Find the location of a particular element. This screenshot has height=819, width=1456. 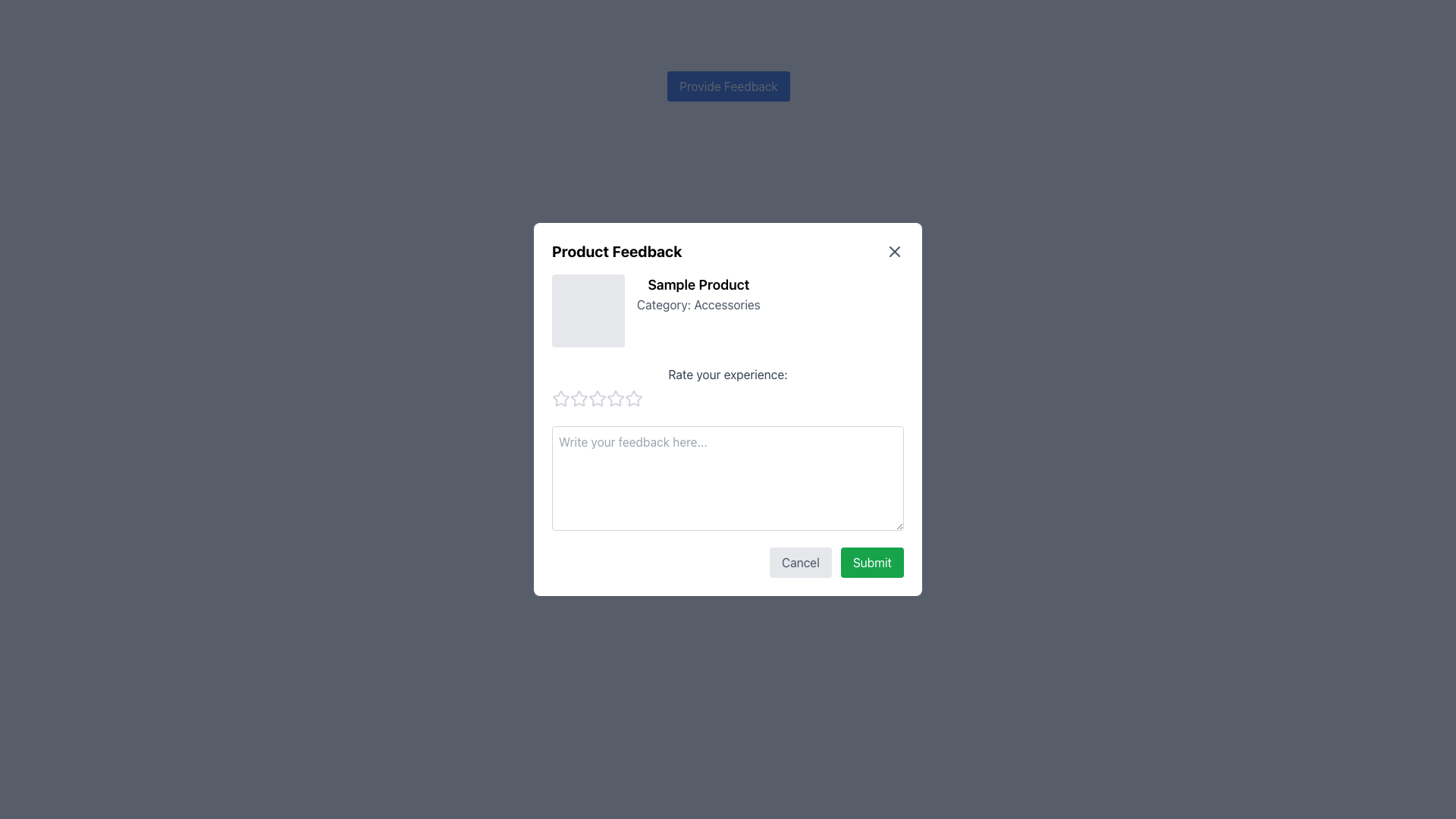

displayed text from the second line of text below the 'Sample Product' header in the modal dialog box is located at coordinates (698, 304).